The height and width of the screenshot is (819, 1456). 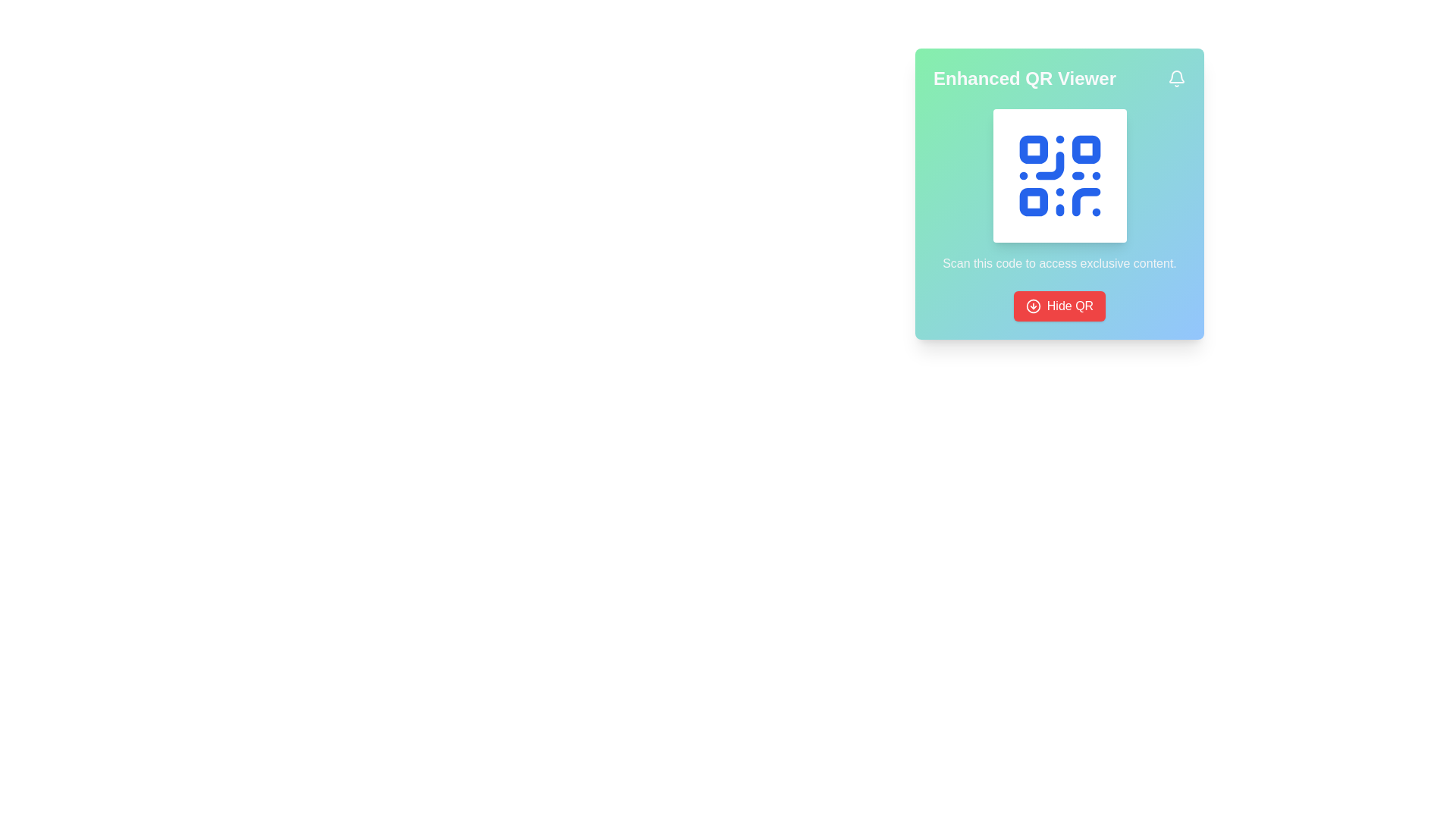 I want to click on the text element that reads 'Scan this code, so click(x=1059, y=262).